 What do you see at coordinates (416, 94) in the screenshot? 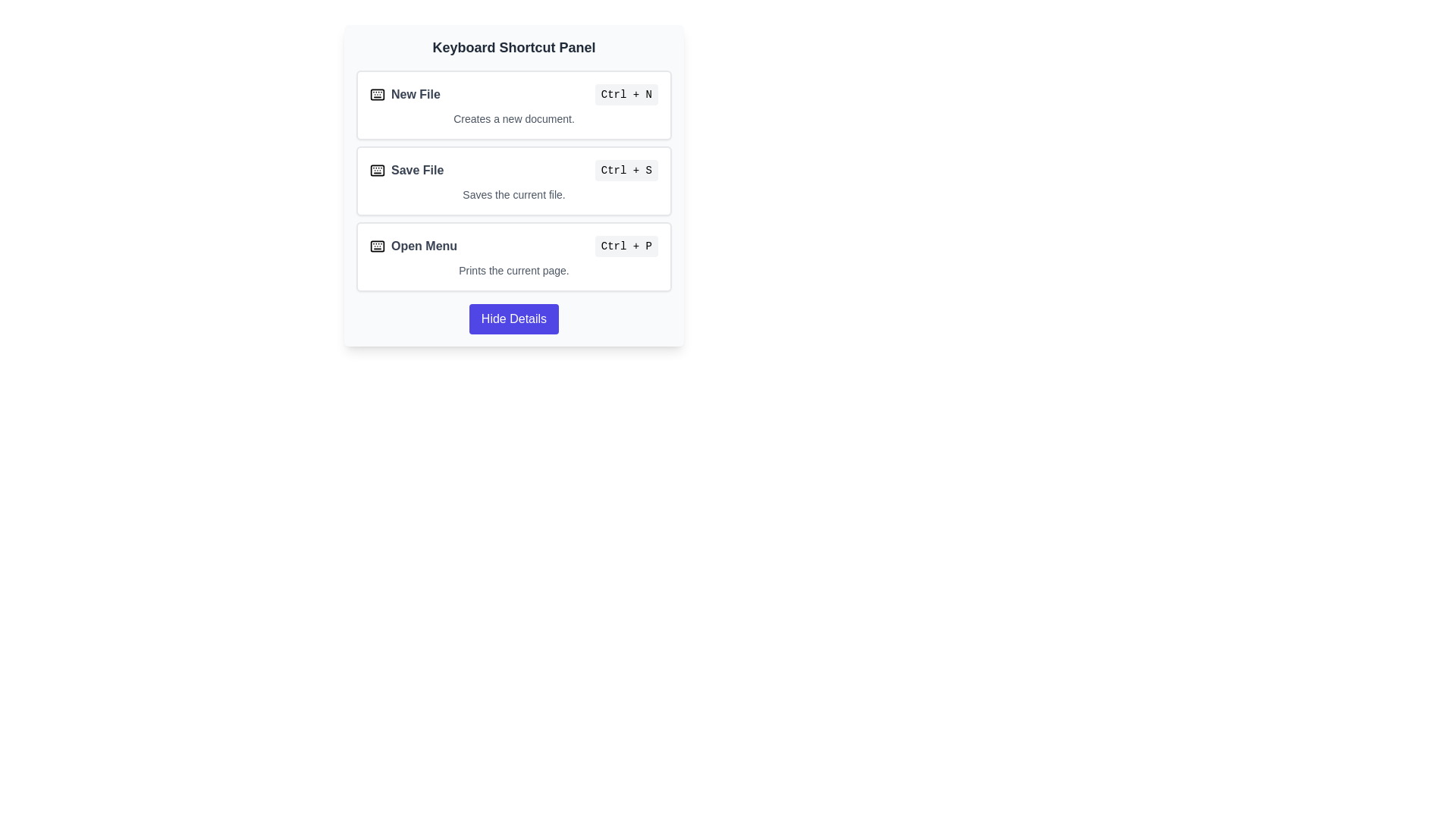
I see `the 'New File' text label, which indicates the keyboard shortcut and is located in the first row of the shortcuts list next to a keyboard icon` at bounding box center [416, 94].